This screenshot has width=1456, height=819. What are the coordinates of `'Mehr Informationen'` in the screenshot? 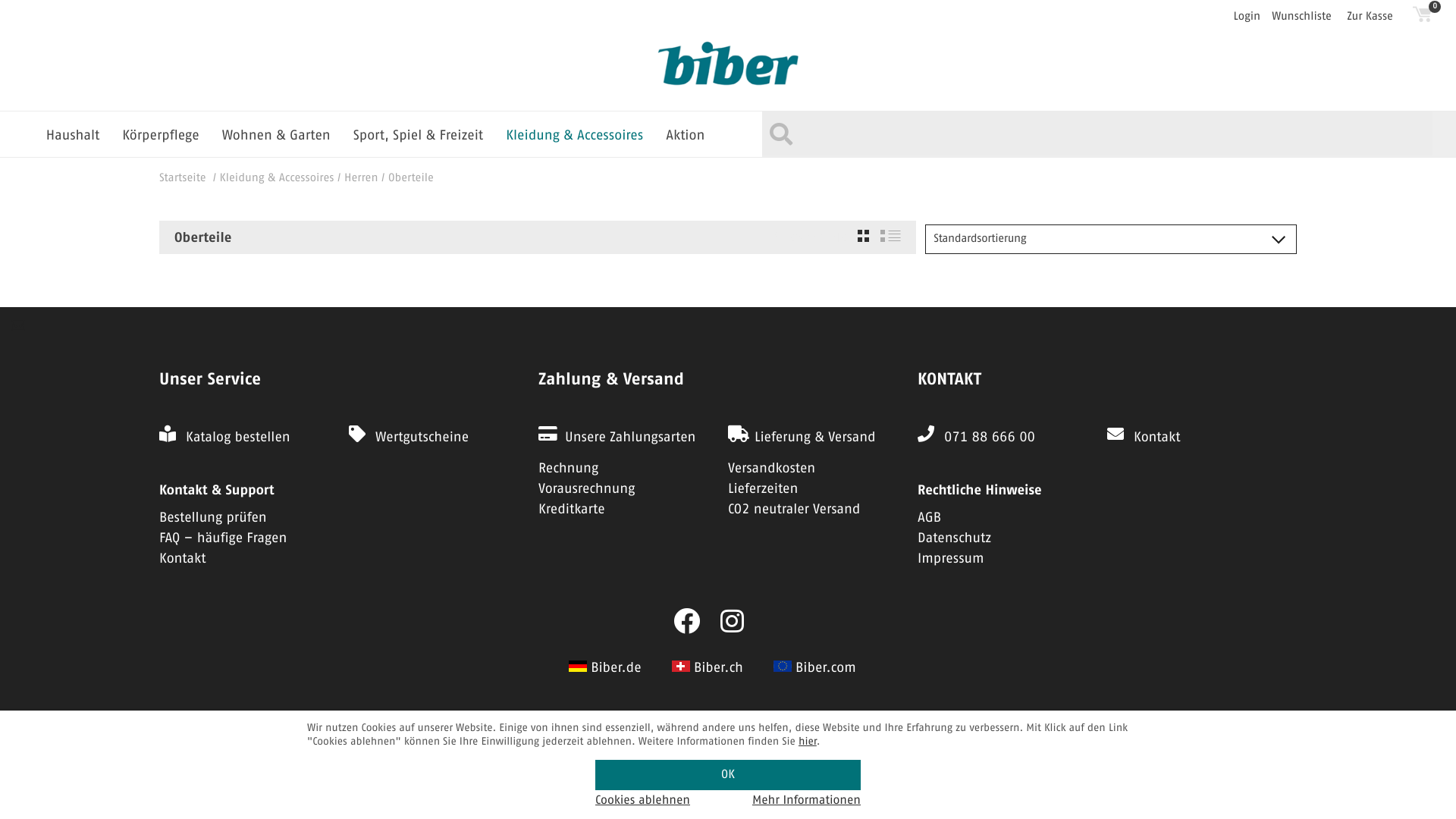 It's located at (752, 800).